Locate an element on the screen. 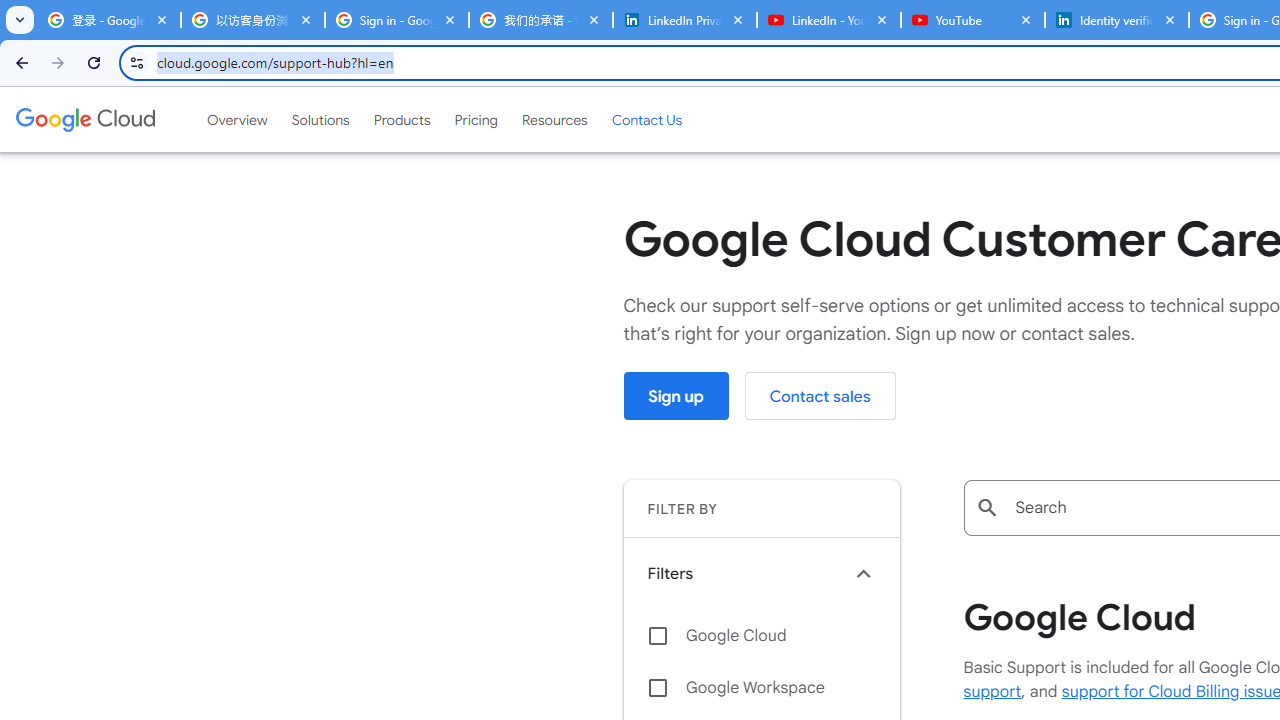 The height and width of the screenshot is (720, 1280). 'Solutions' is located at coordinates (320, 119).